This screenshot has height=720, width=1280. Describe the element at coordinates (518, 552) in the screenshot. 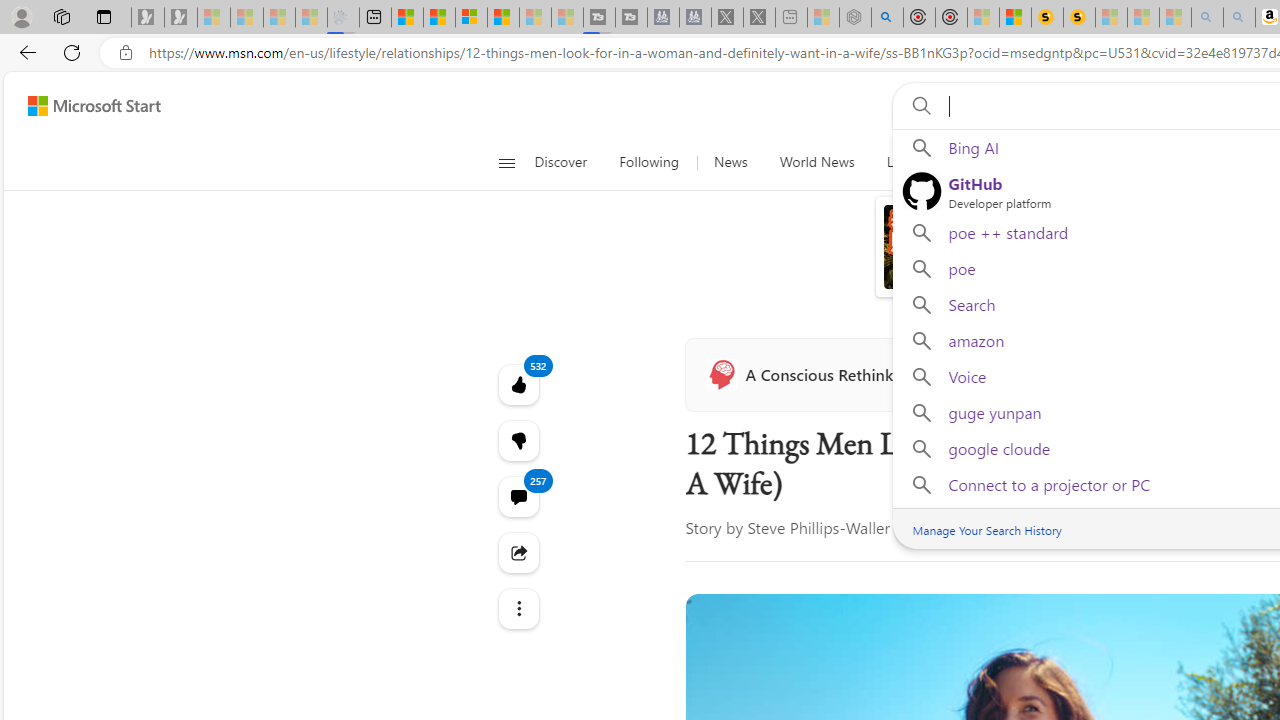

I see `'Share this story'` at that location.